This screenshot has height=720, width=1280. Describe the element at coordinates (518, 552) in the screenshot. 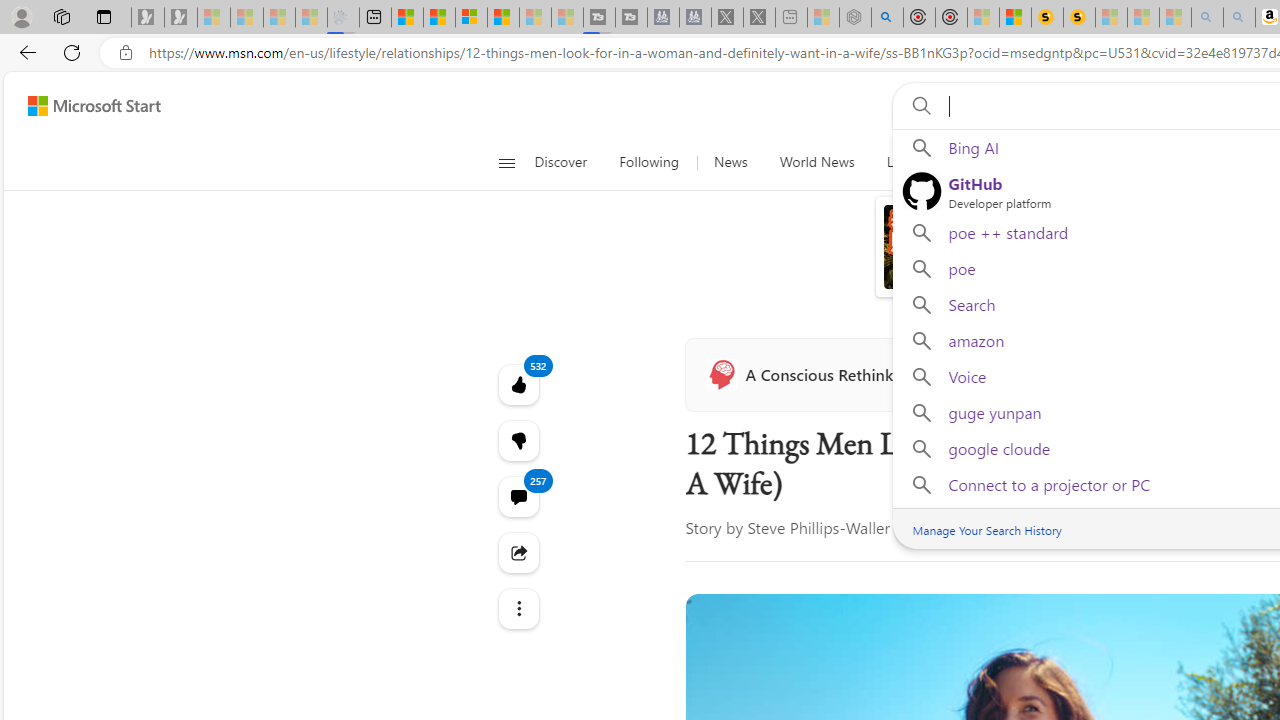

I see `'Share this story'` at that location.